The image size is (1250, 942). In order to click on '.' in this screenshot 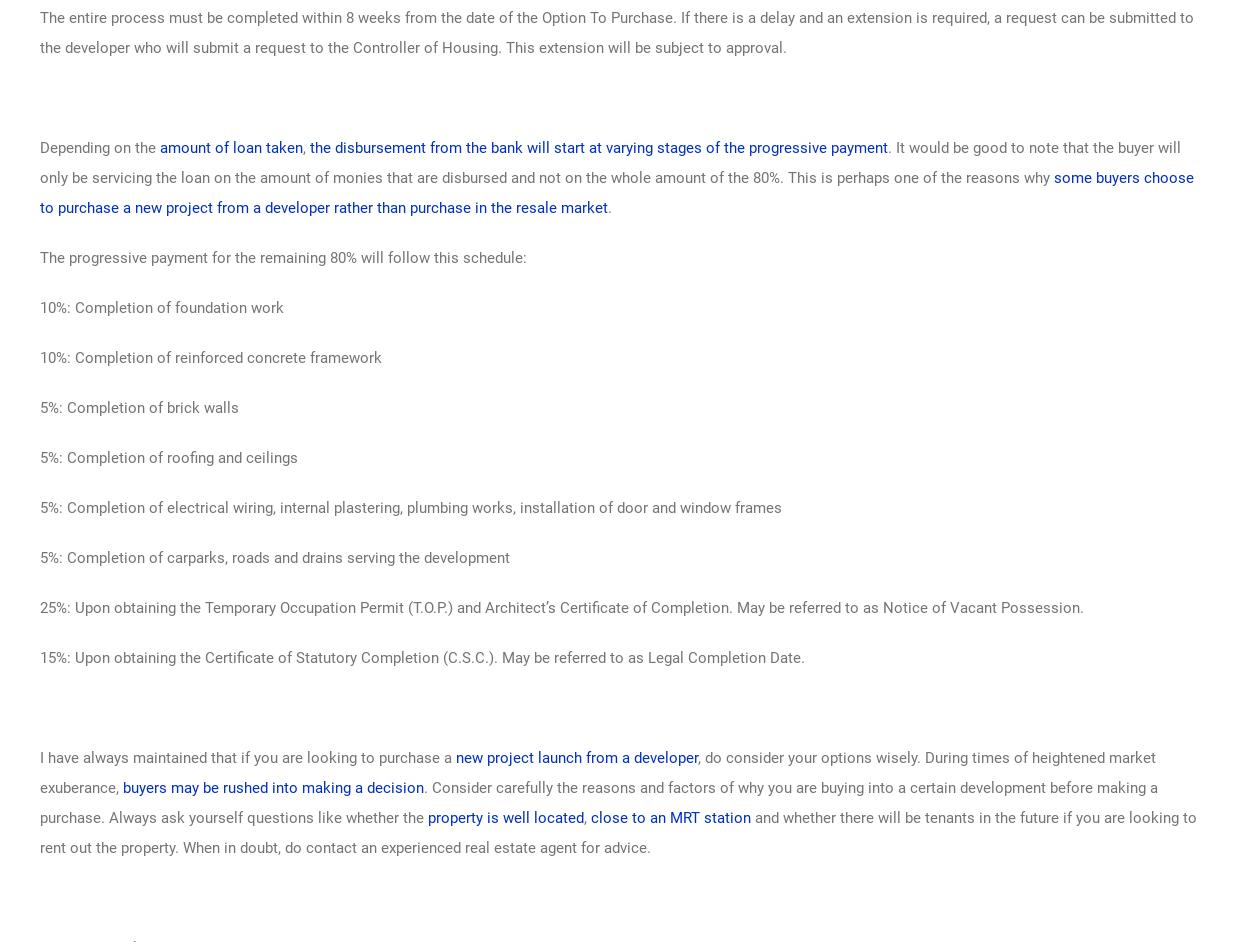, I will do `click(609, 206)`.